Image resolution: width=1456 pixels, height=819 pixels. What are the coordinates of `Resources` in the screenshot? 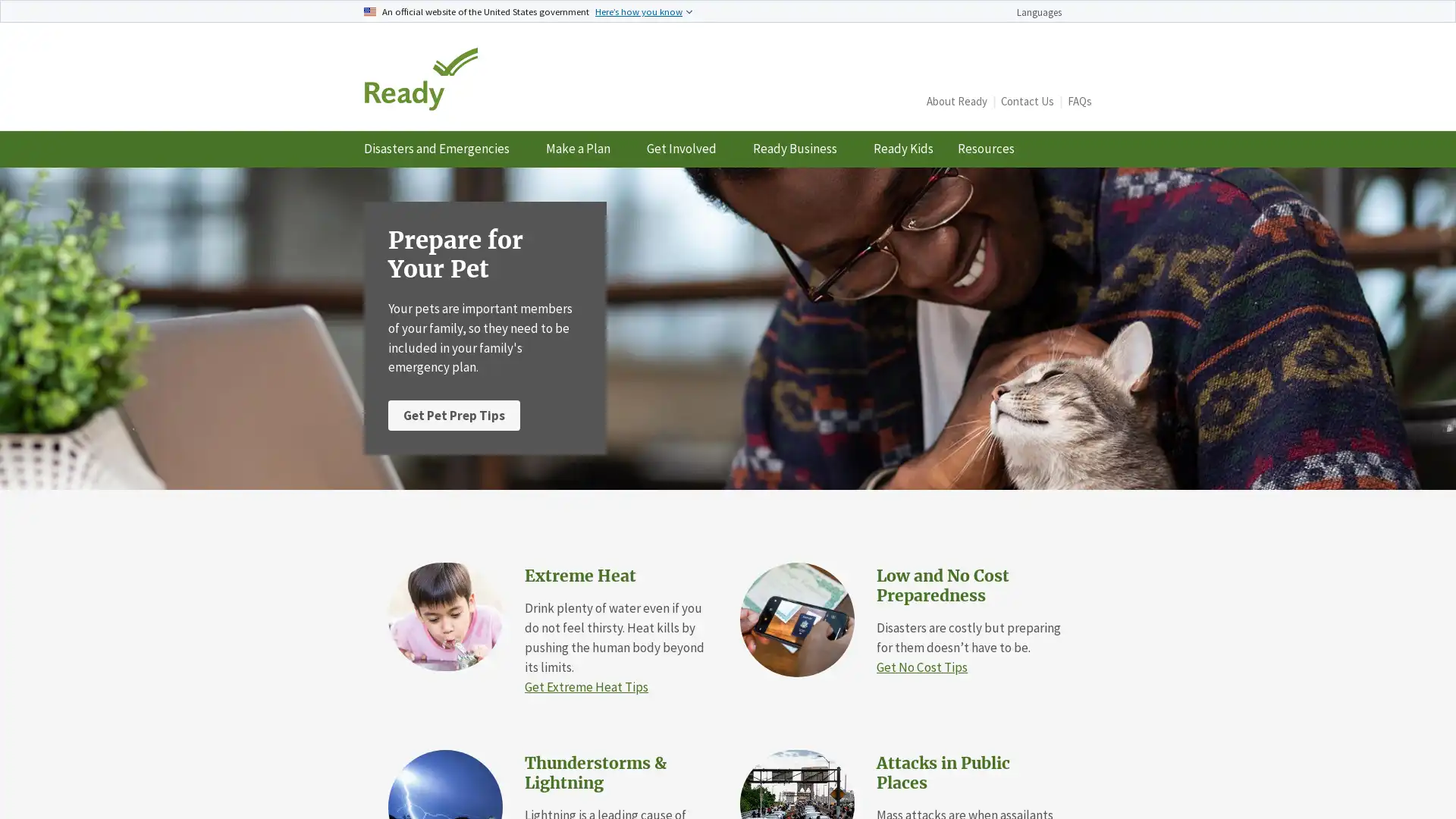 It's located at (992, 149).